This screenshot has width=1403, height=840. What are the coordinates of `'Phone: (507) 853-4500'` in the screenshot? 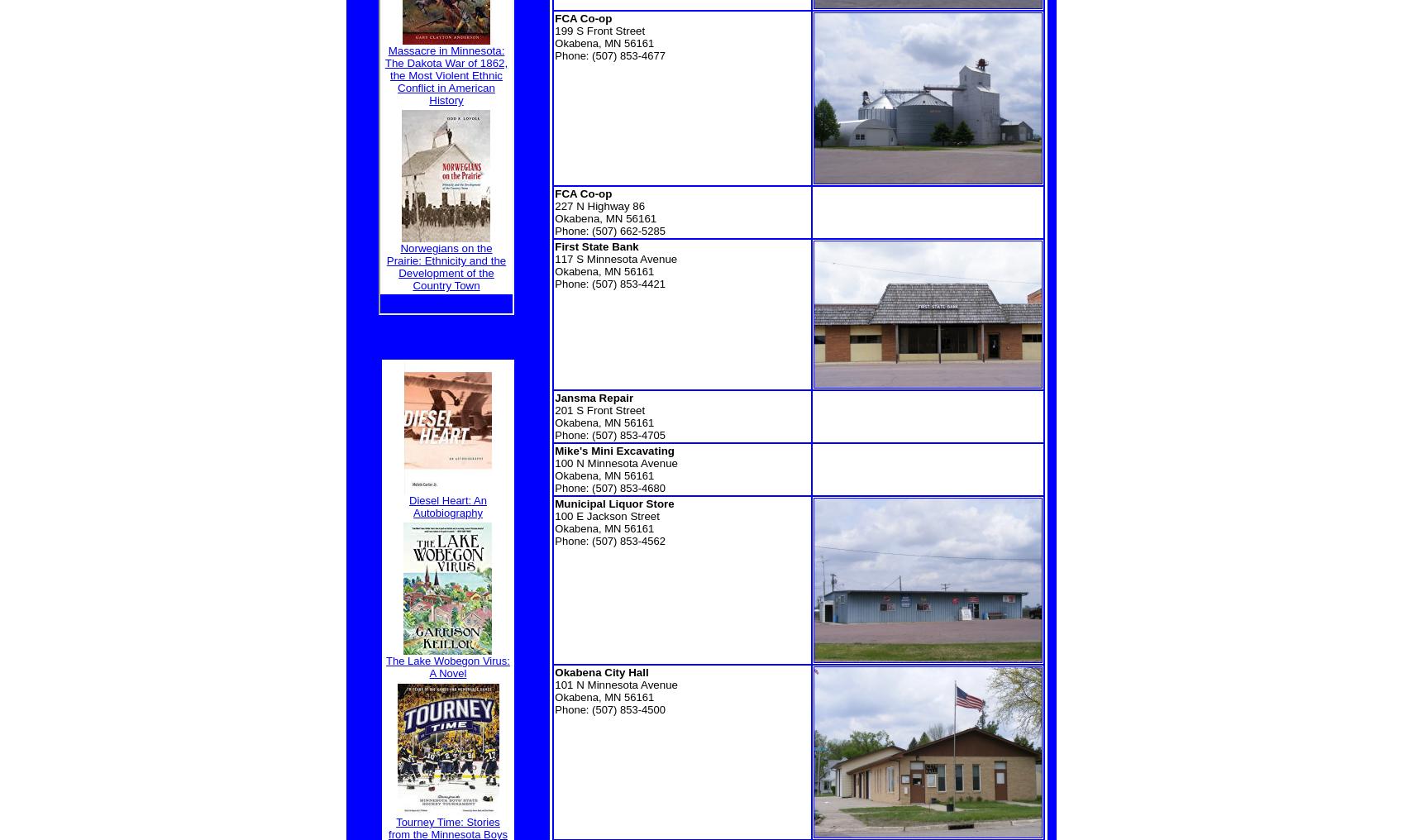 It's located at (608, 709).